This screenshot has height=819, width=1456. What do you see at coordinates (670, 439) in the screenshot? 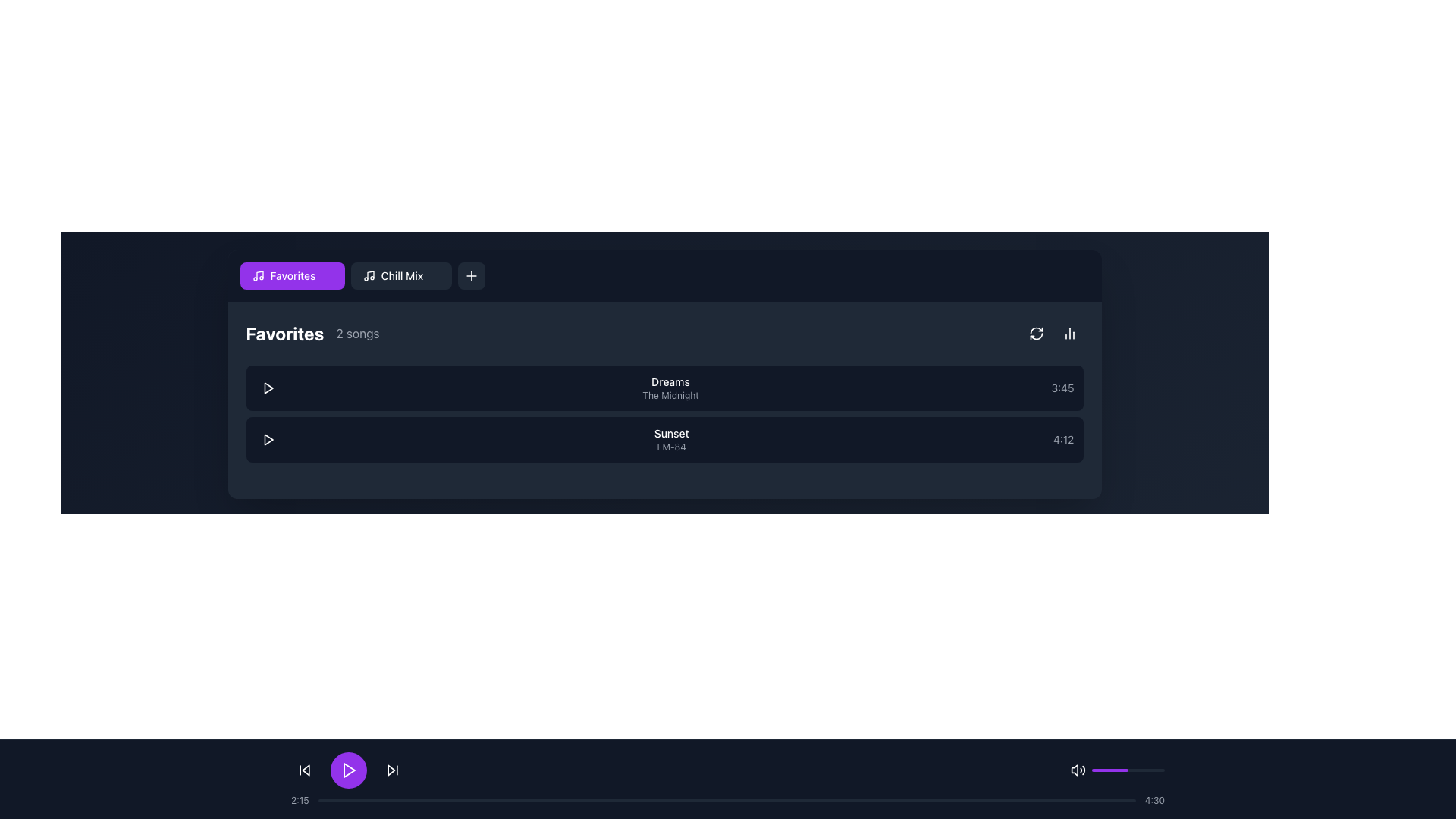
I see `the text label representing the media item titled 'Sunset' by 'FM-84' within the song list` at bounding box center [670, 439].